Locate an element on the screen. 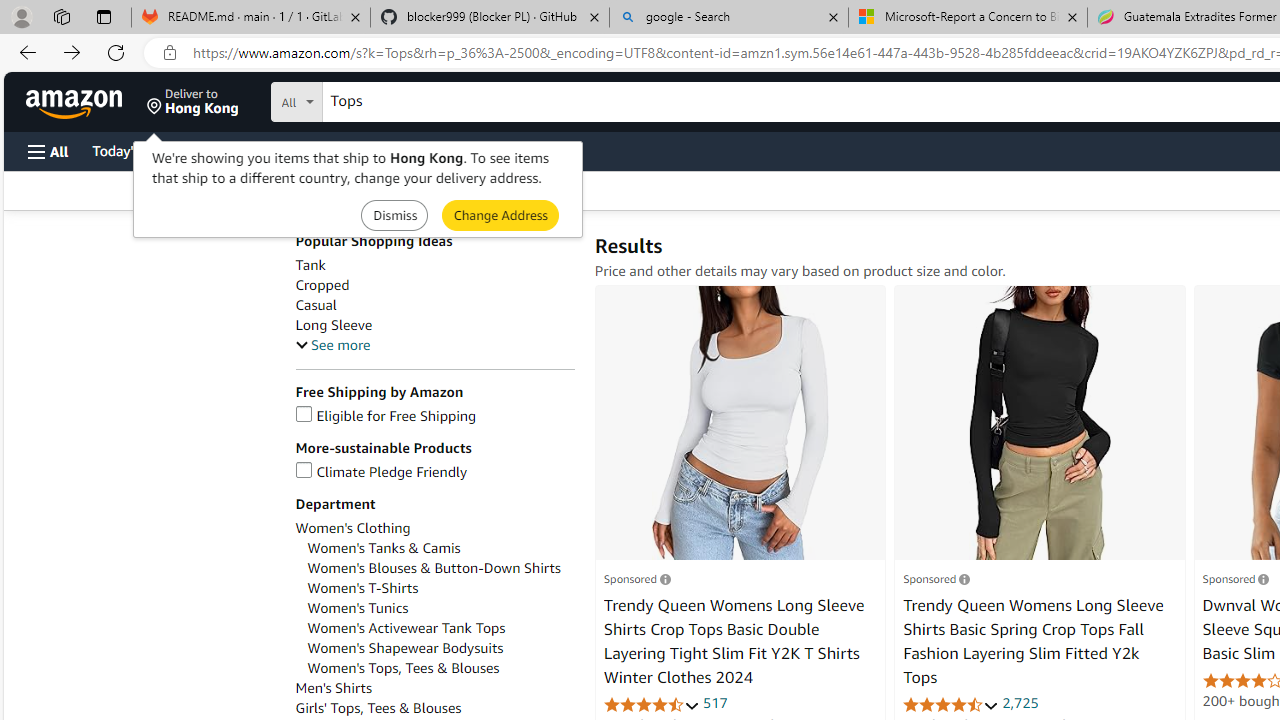 This screenshot has height=720, width=1280. 'Girls' is located at coordinates (433, 707).